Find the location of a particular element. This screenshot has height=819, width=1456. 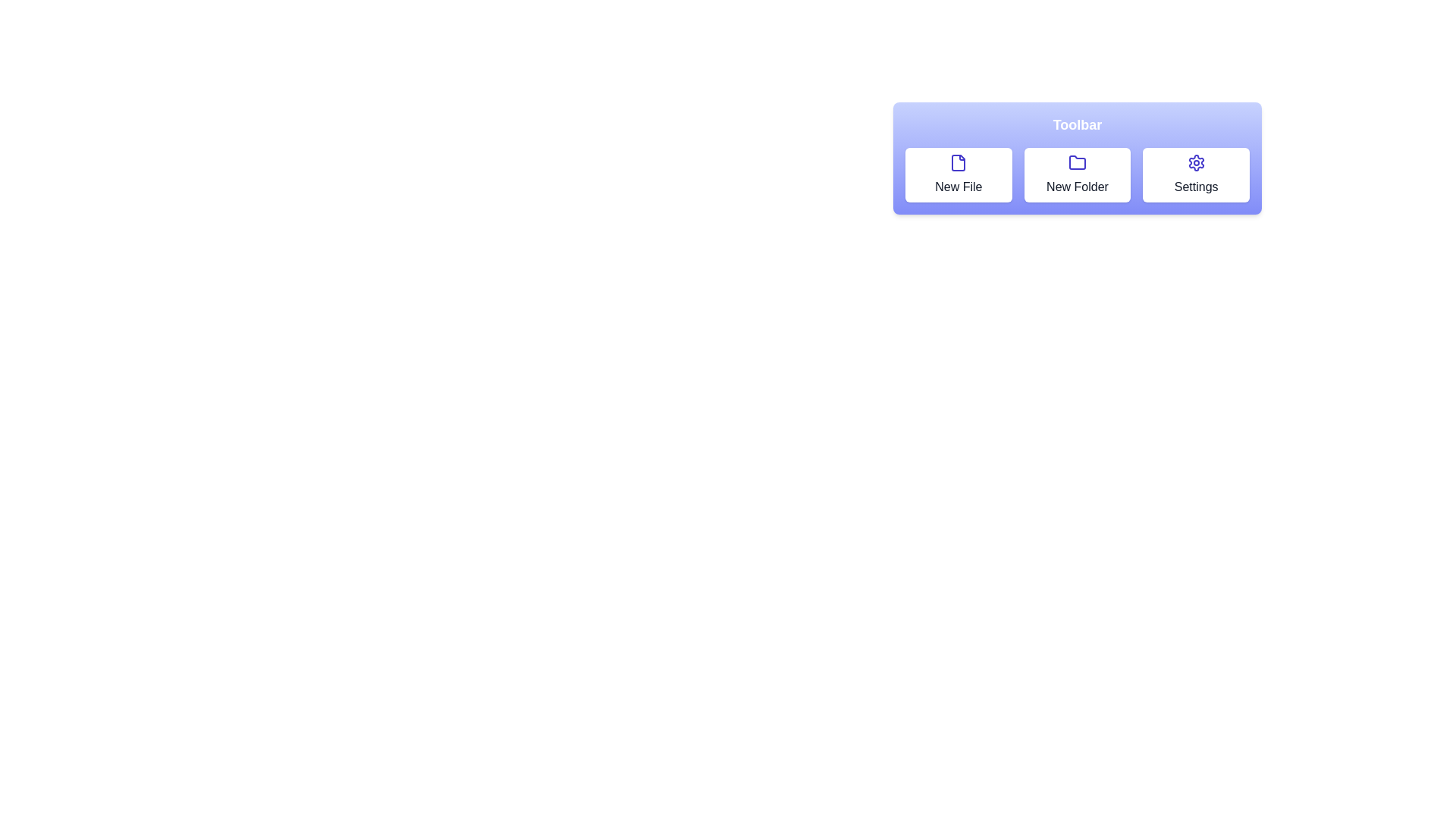

the 'New File' SVG icon located in the leftmost segment of the toolbar, which is visually organized into three segments horizontally arranged is located at coordinates (958, 163).